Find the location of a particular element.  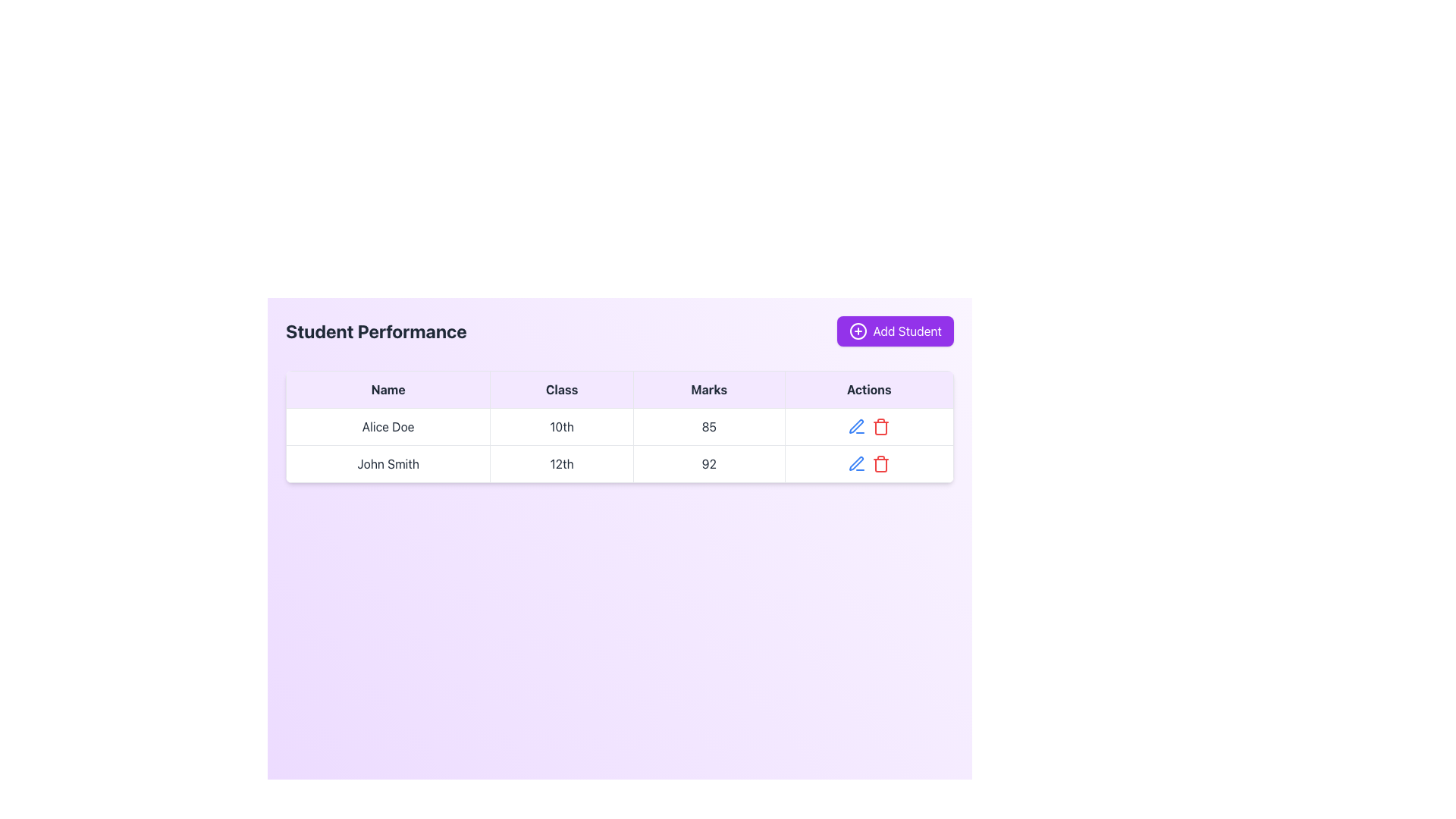

the table cell content displaying the name of a student, located in the first column of the first data row of the table is located at coordinates (388, 427).